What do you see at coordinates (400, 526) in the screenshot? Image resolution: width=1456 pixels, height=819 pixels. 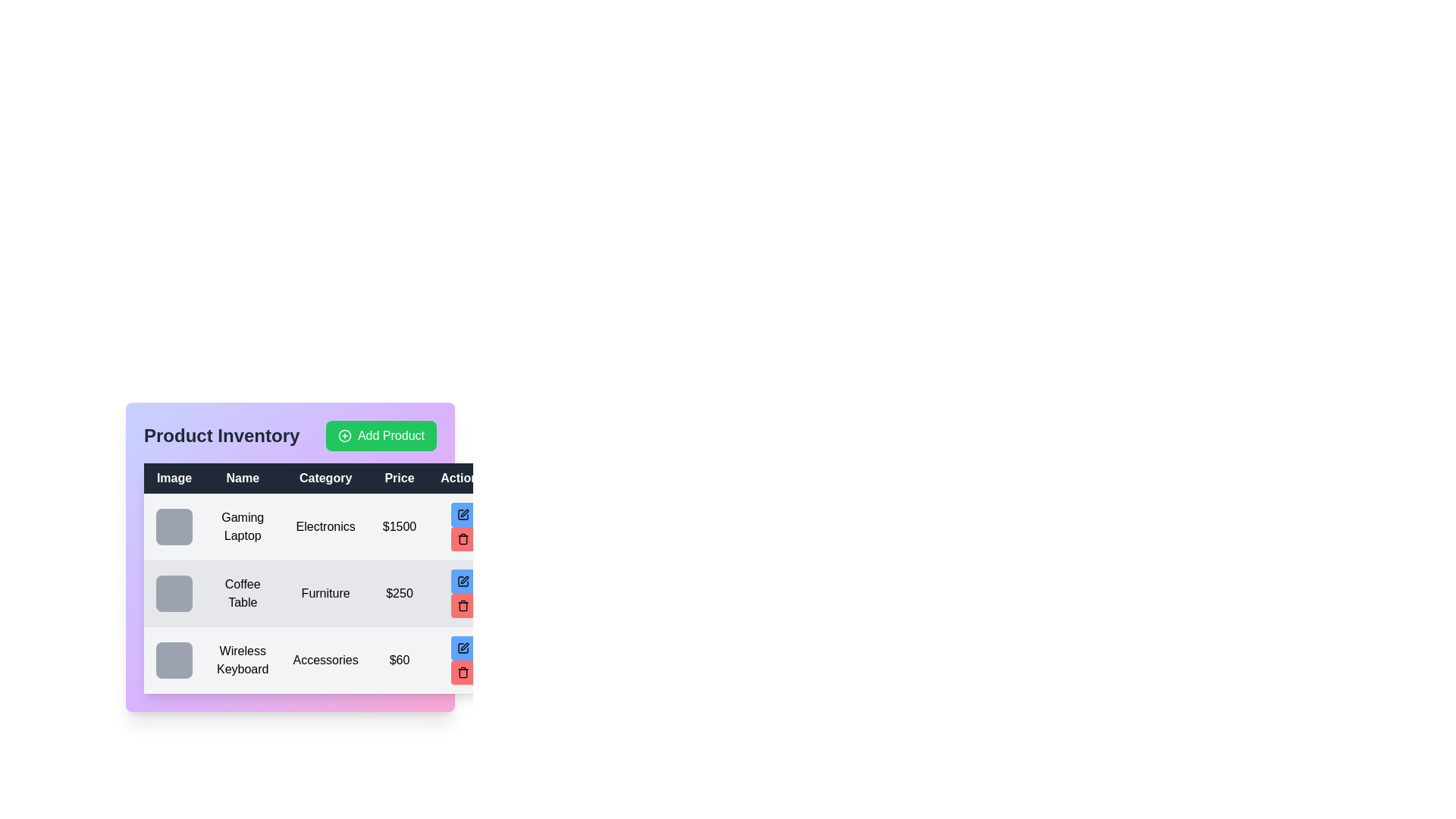 I see `the Text Display showing the monetary amount '$1500' for the 'Gaming Laptop' under the 'Price' column` at bounding box center [400, 526].